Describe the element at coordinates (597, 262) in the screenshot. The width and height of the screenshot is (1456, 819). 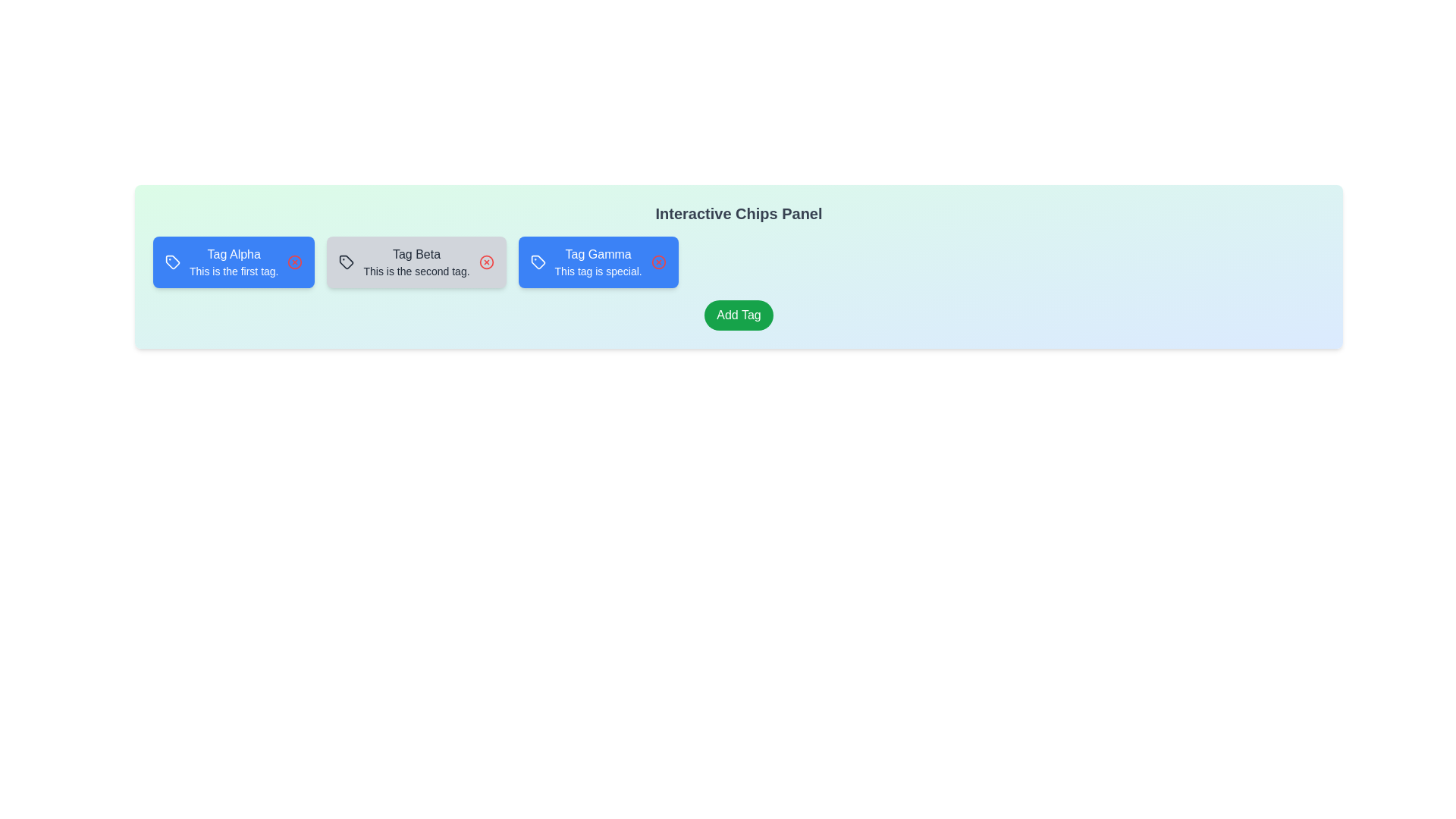
I see `the chip labeled Tag Gamma to read its details` at that location.